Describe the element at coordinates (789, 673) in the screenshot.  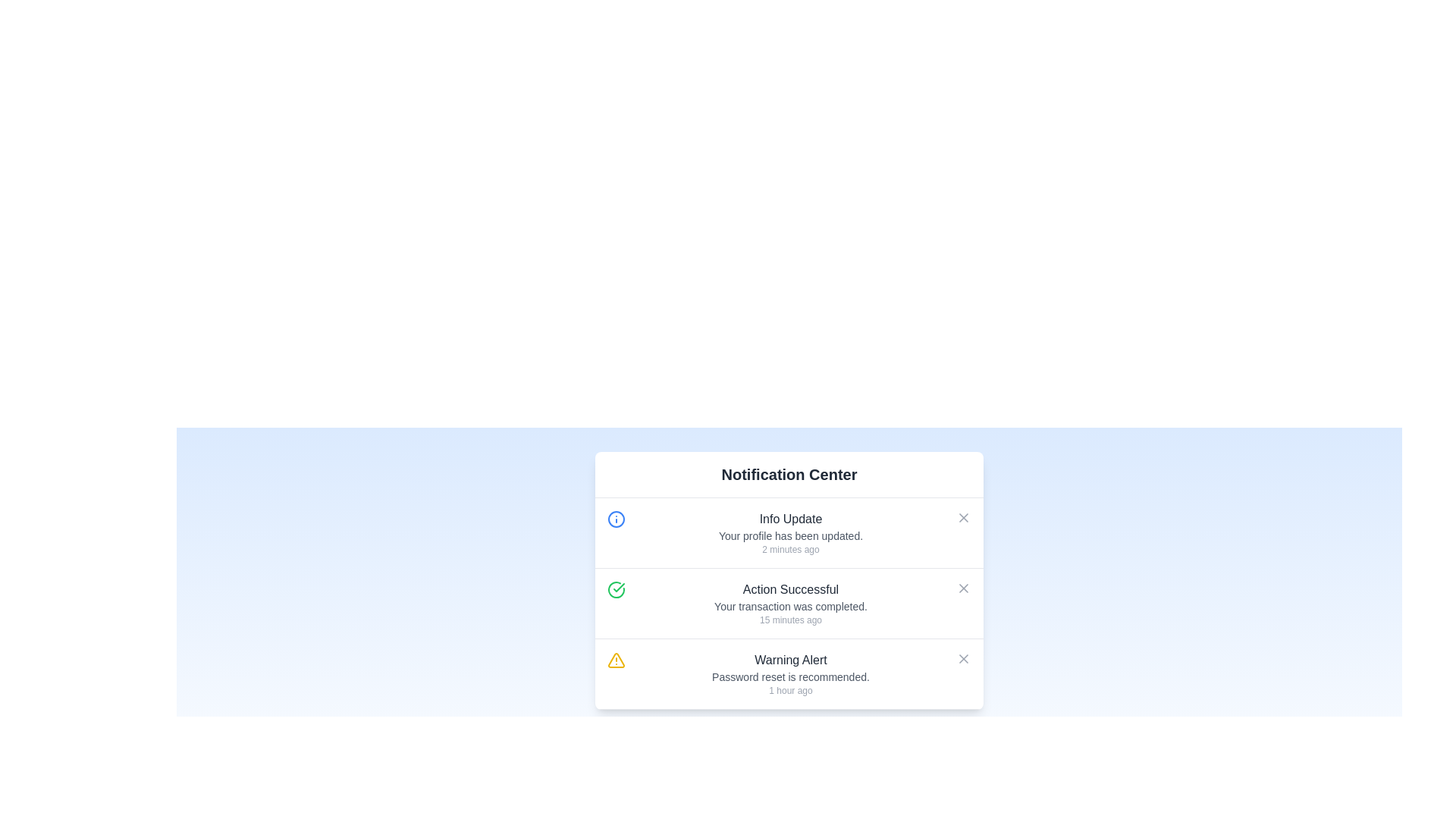
I see `the Notification card that advises a password reset, which is the third item in the vertical list of notifications` at that location.